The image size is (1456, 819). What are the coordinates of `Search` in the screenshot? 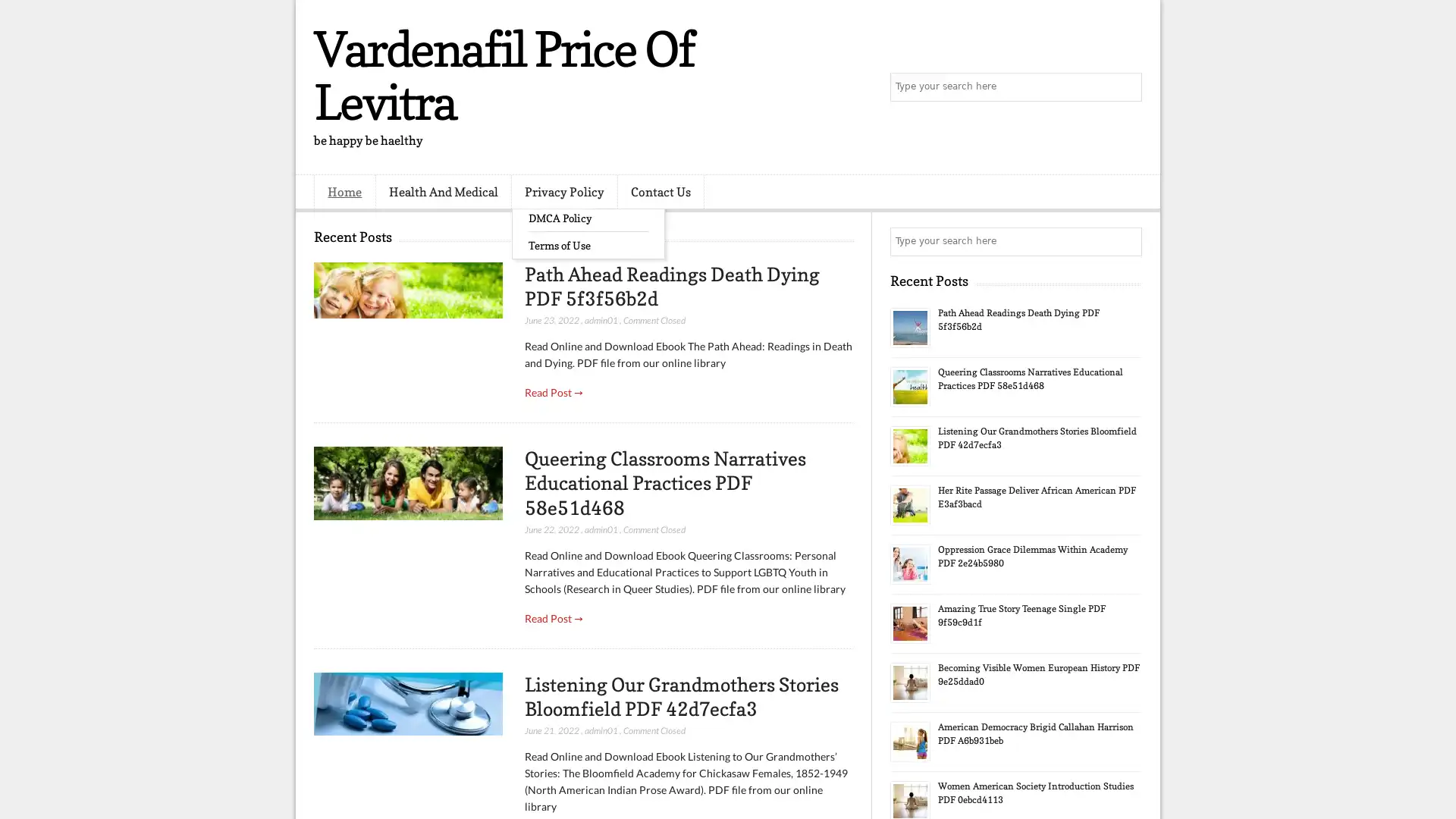 It's located at (1126, 241).